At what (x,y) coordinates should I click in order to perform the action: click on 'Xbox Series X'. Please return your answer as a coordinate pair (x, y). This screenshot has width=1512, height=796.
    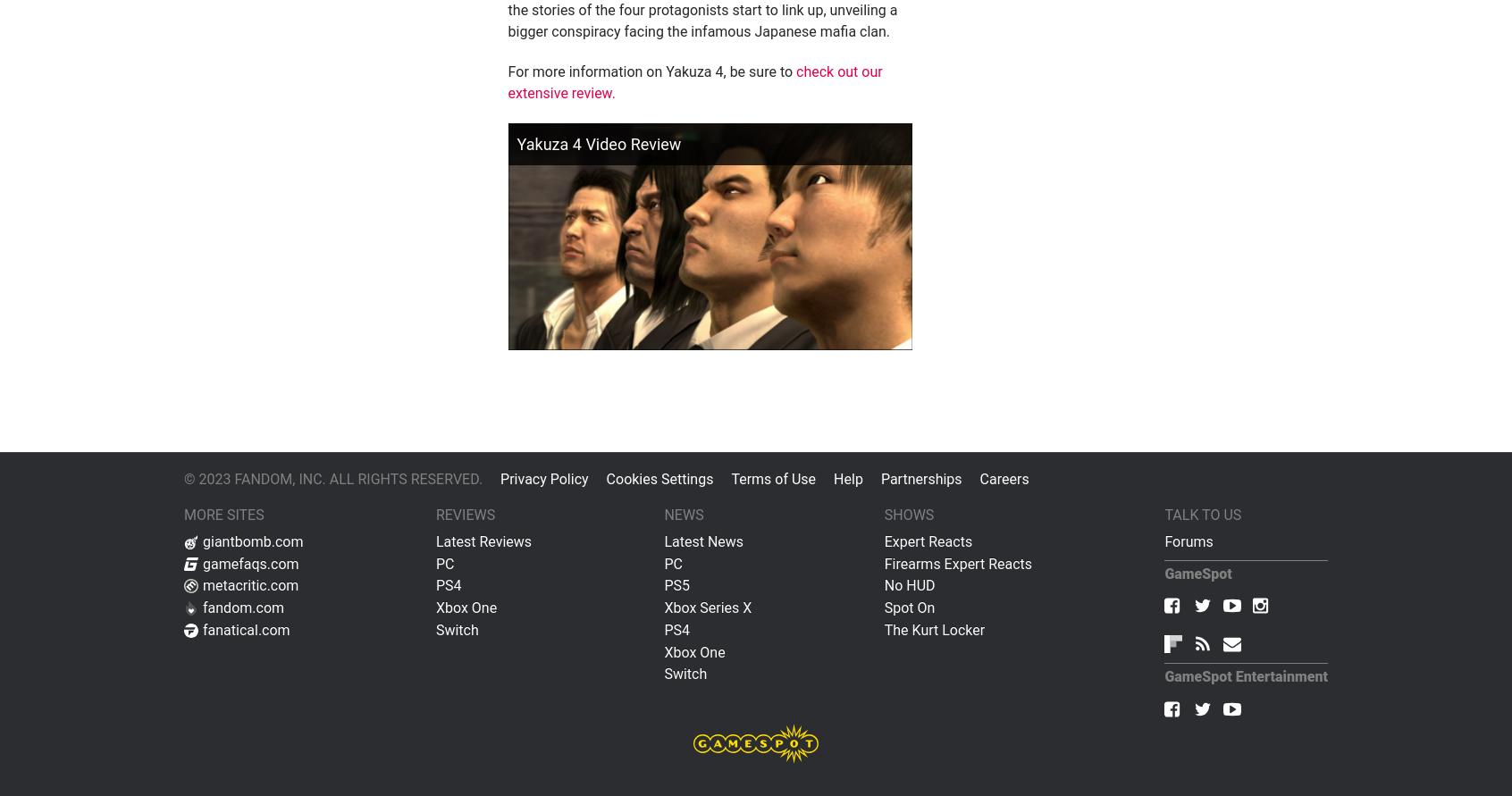
    Looking at the image, I should click on (662, 607).